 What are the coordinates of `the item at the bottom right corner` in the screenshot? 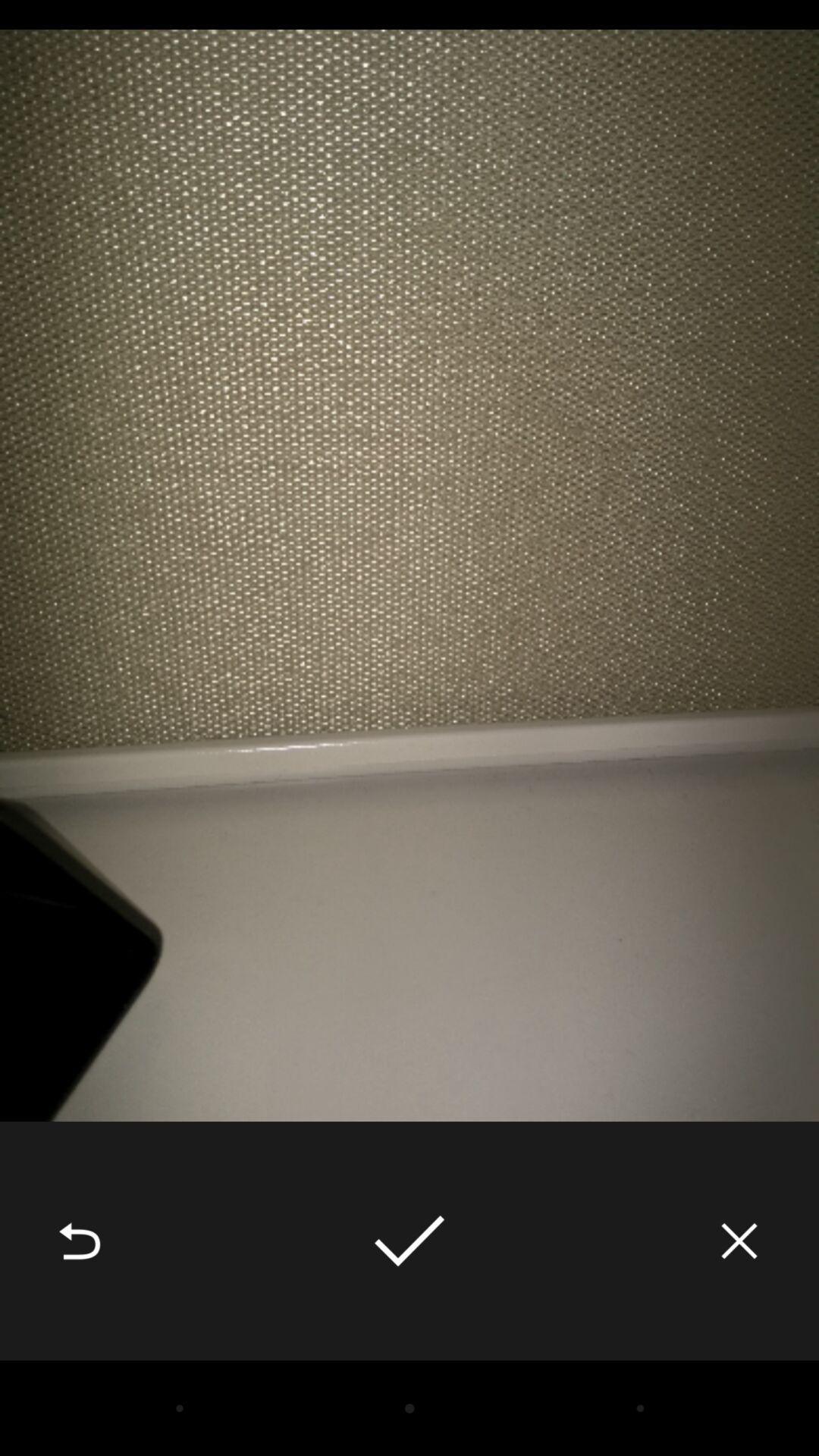 It's located at (739, 1241).